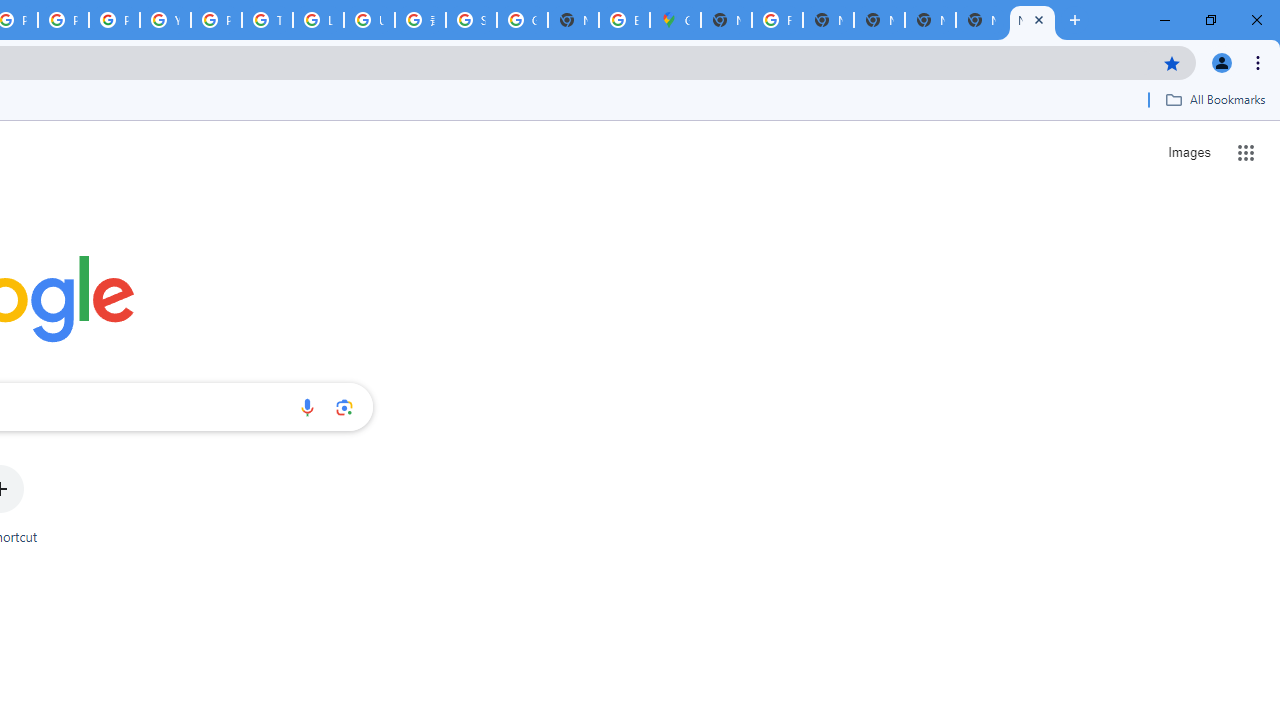 The height and width of the screenshot is (720, 1280). I want to click on 'Tips & tricks for Chrome - Google Chrome Help', so click(266, 20).